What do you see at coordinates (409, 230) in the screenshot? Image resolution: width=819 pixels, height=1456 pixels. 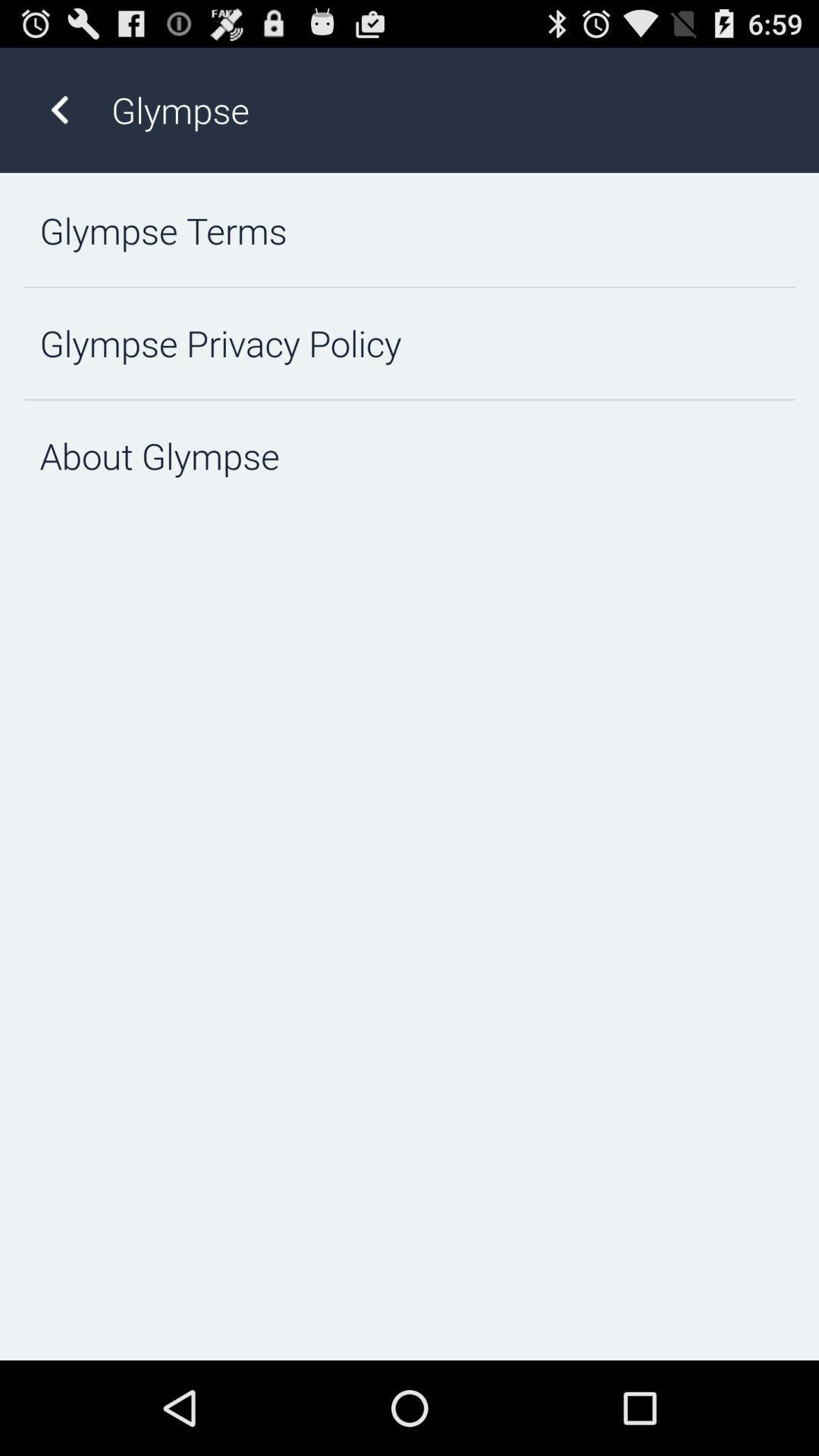 I see `the glympse terms item` at bounding box center [409, 230].